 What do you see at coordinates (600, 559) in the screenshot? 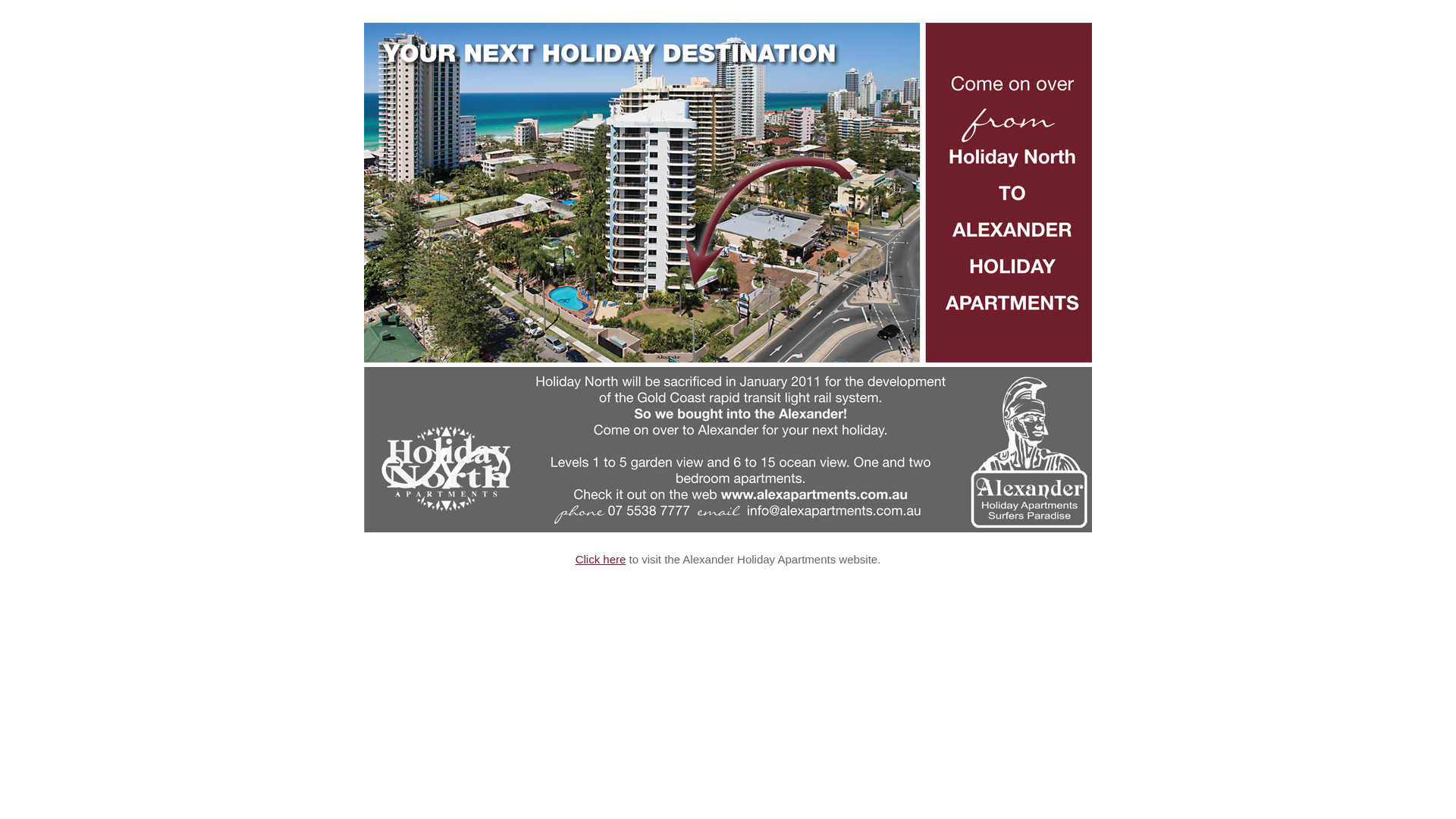
I see `'Click here'` at bounding box center [600, 559].